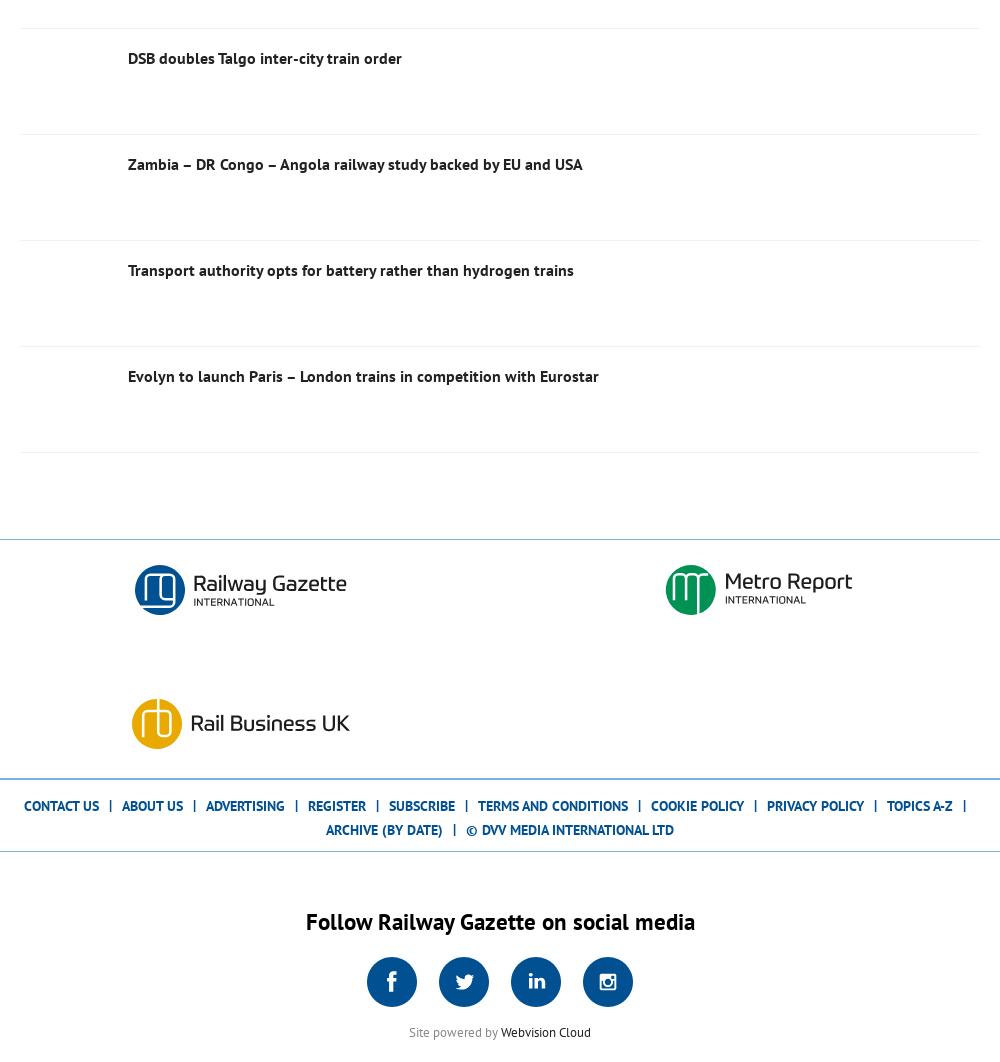 The image size is (1000, 1062). What do you see at coordinates (244, 803) in the screenshot?
I see `'Advertising'` at bounding box center [244, 803].